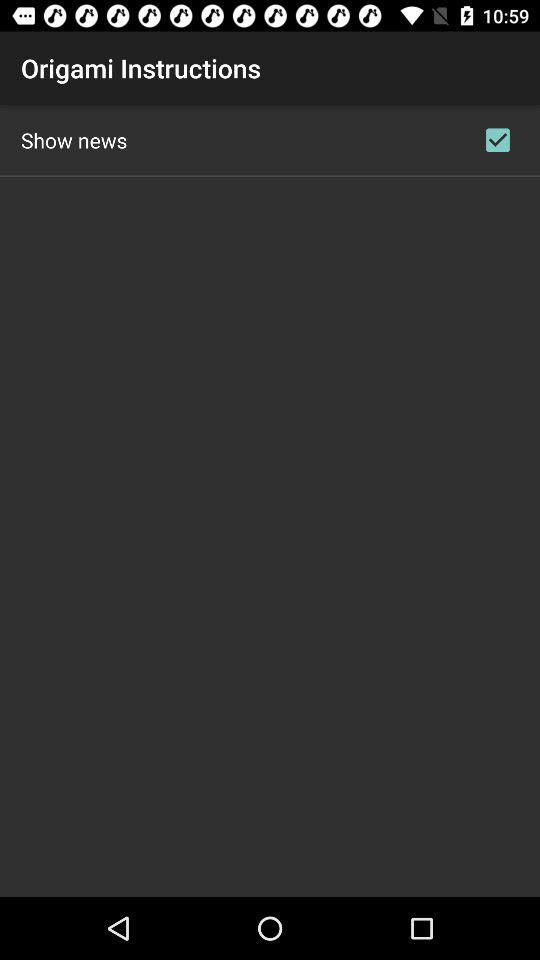  I want to click on the item to the right of the show news app, so click(496, 139).